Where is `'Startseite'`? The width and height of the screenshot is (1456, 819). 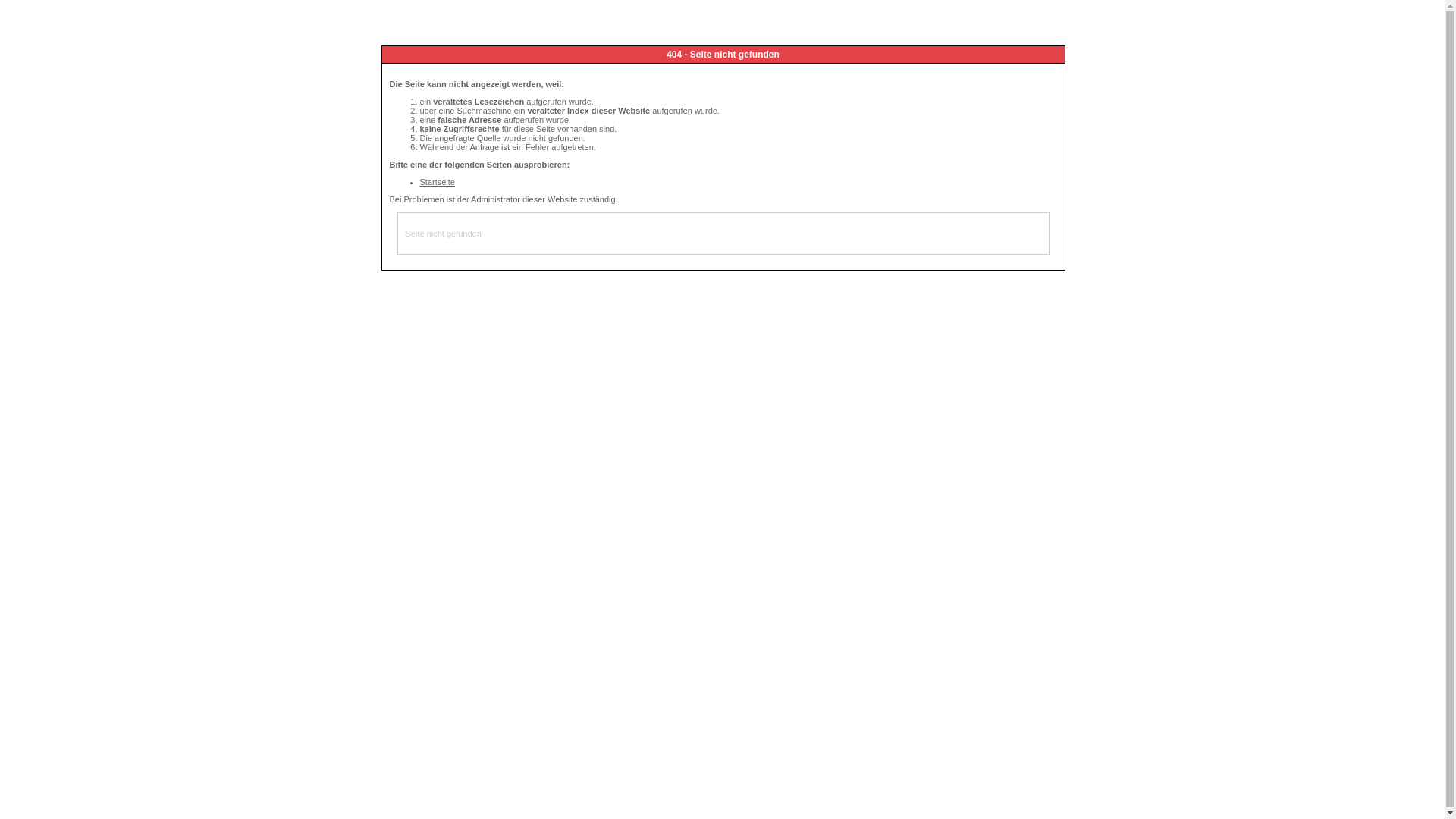
'Startseite' is located at coordinates (436, 180).